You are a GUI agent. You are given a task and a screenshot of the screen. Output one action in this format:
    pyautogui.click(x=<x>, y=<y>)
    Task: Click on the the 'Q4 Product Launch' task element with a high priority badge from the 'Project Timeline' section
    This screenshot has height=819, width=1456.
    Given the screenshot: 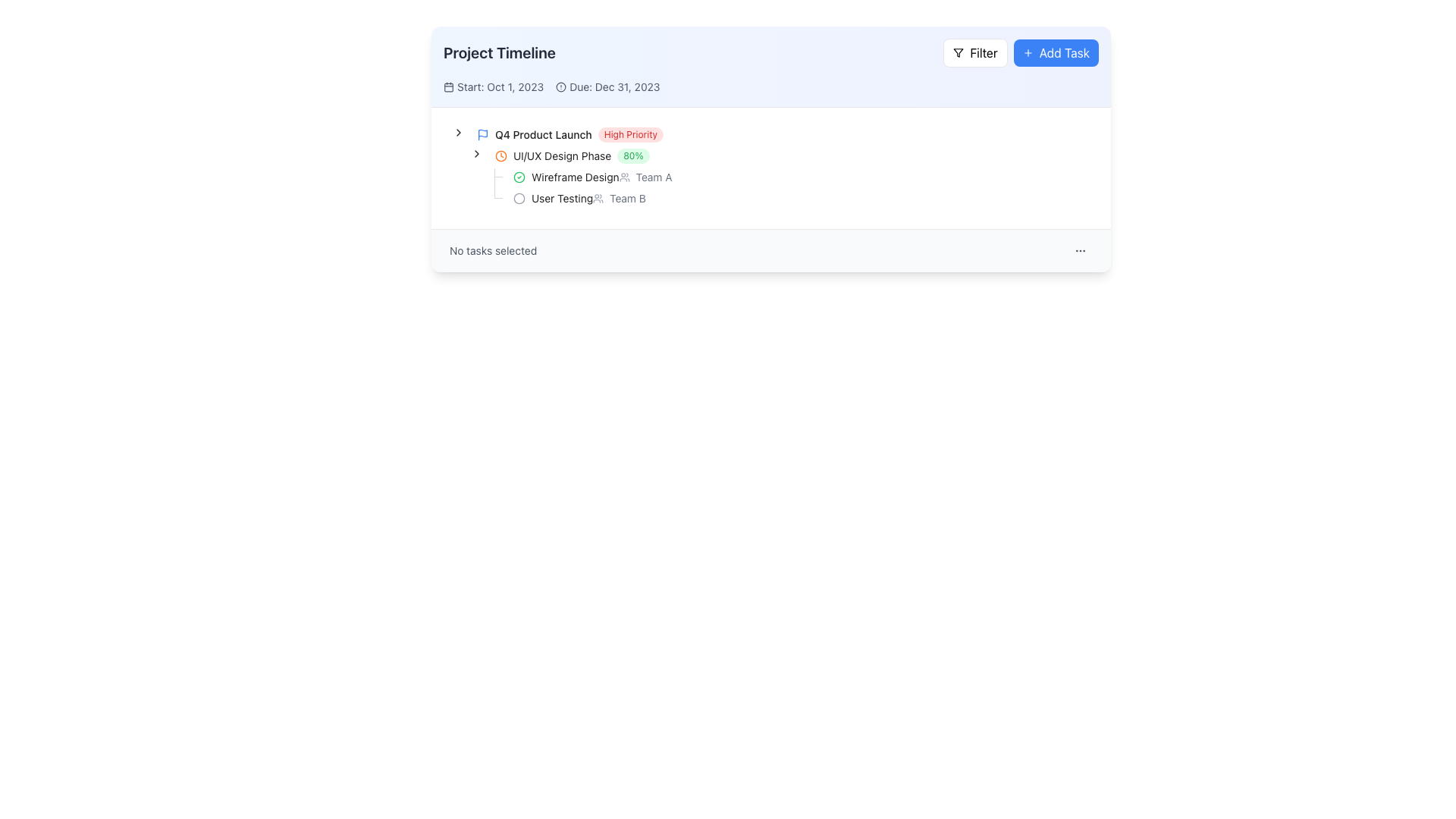 What is the action you would take?
    pyautogui.click(x=570, y=133)
    